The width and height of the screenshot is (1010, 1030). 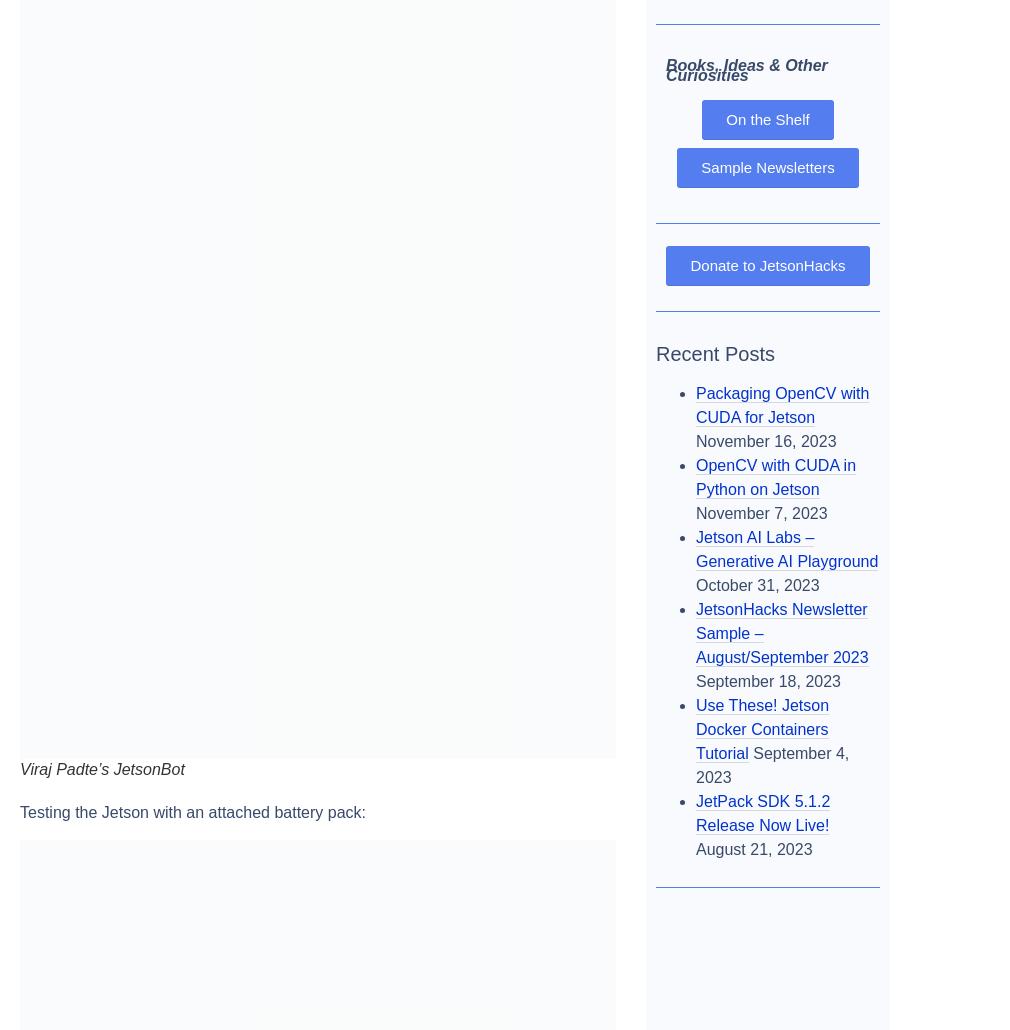 I want to click on 'November 16, 2023', so click(x=765, y=439).